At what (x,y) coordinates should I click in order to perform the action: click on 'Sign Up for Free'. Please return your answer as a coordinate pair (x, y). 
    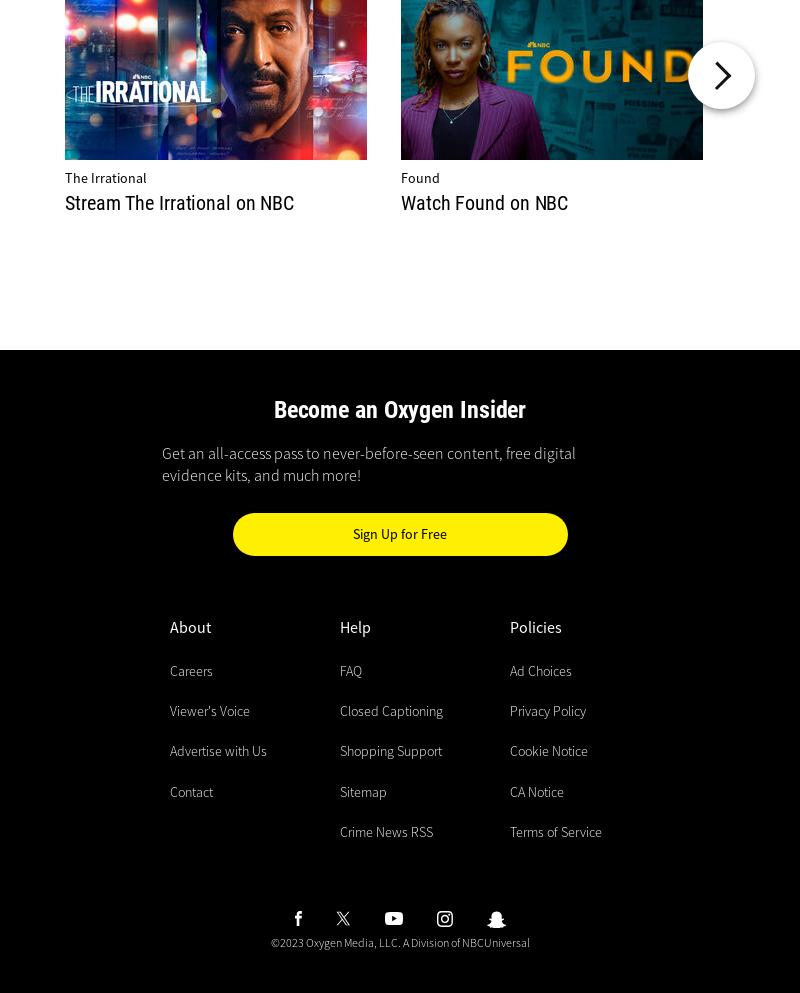
    Looking at the image, I should click on (400, 534).